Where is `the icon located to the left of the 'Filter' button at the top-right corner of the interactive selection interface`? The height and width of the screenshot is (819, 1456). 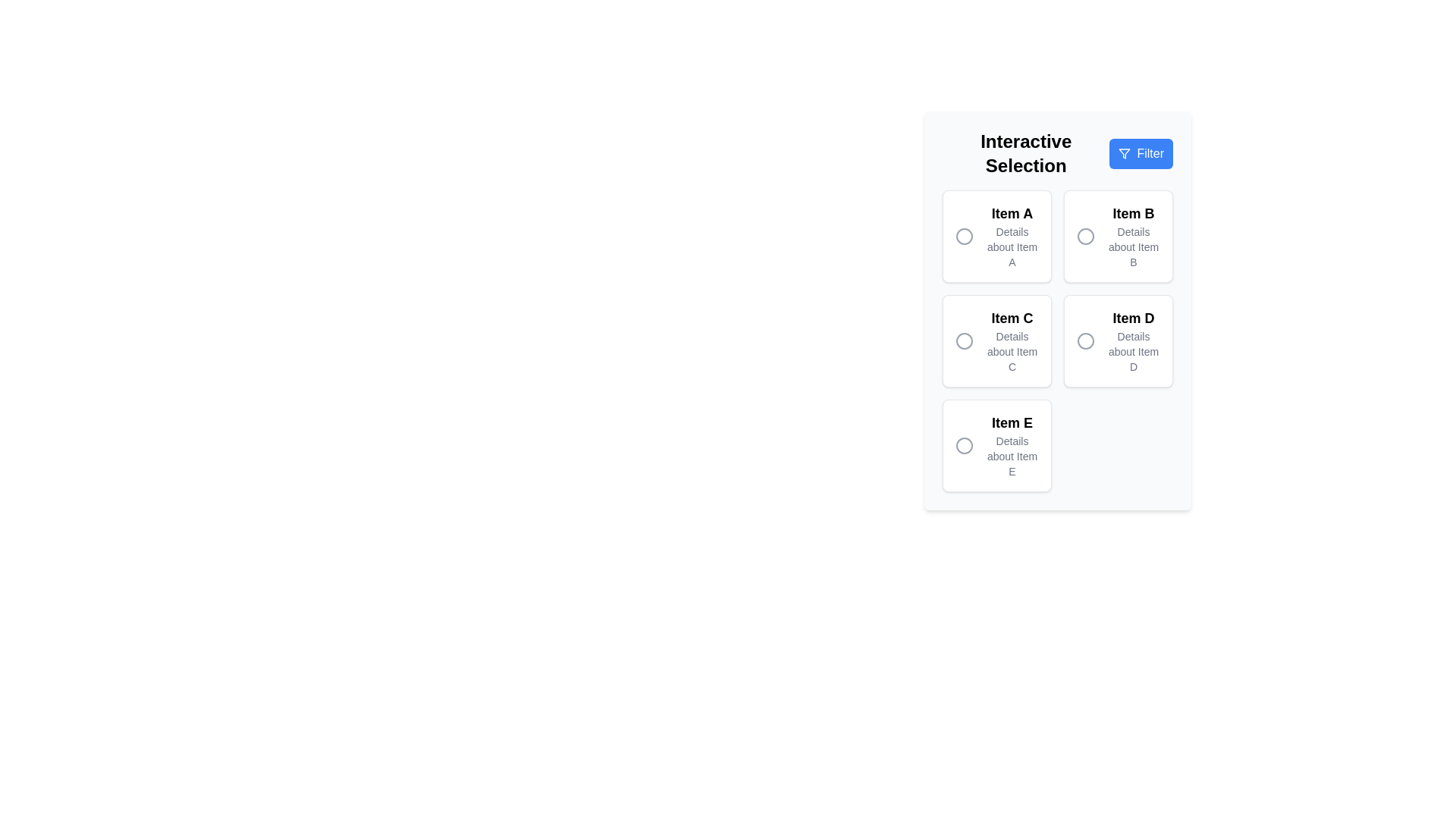 the icon located to the left of the 'Filter' button at the top-right corner of the interactive selection interface is located at coordinates (1125, 154).